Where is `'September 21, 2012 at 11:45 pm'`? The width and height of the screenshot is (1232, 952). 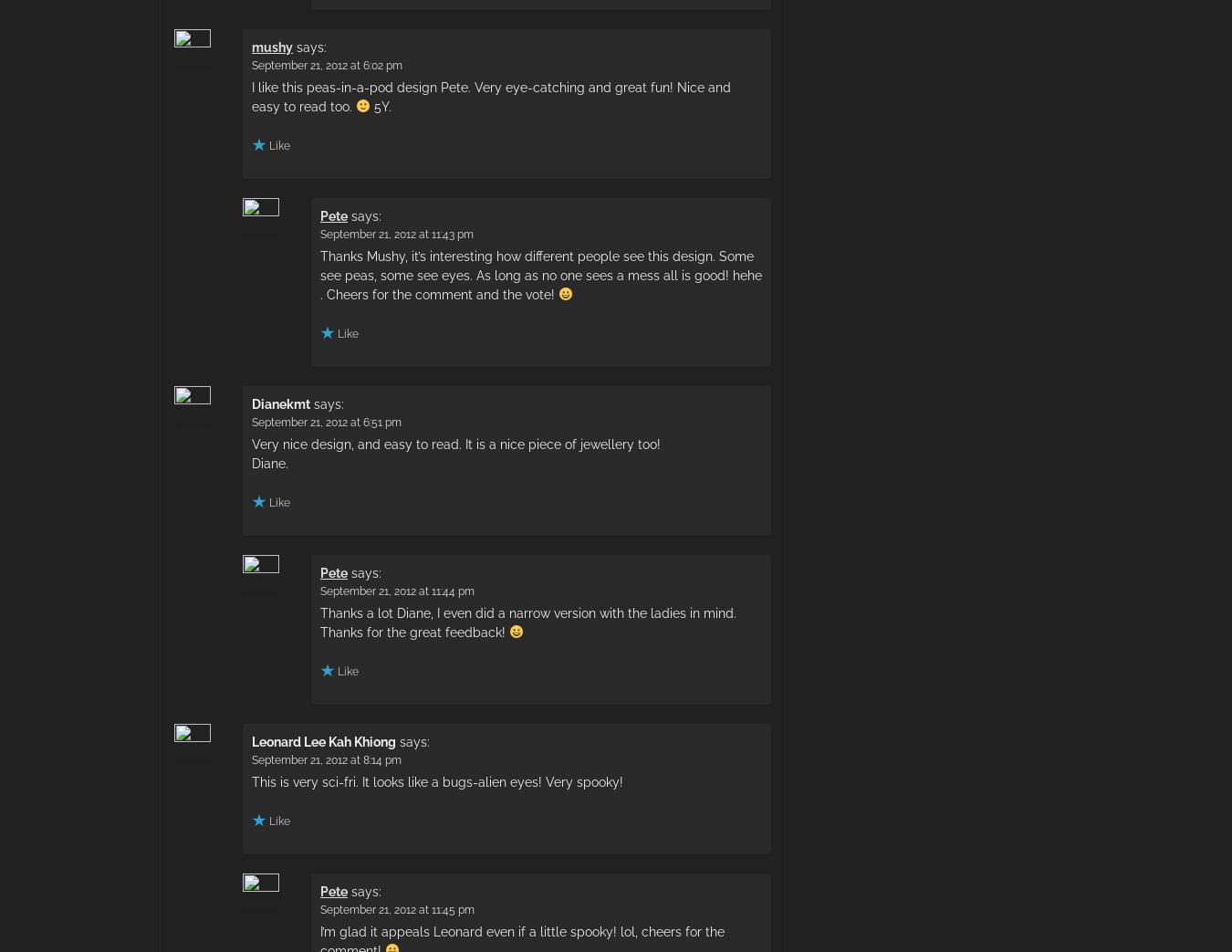 'September 21, 2012 at 11:45 pm' is located at coordinates (397, 908).